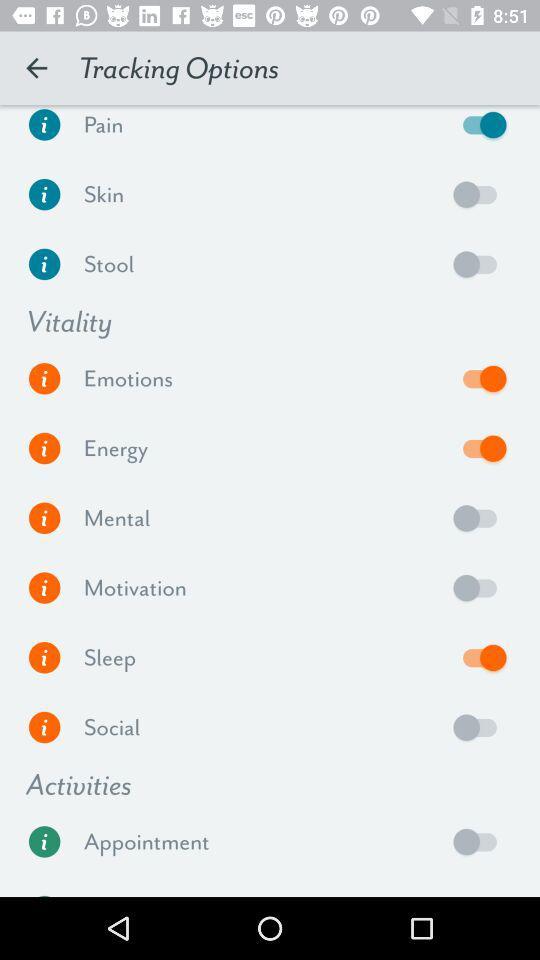 The height and width of the screenshot is (960, 540). Describe the element at coordinates (44, 840) in the screenshot. I see `get information about appointments and how to set them up` at that location.